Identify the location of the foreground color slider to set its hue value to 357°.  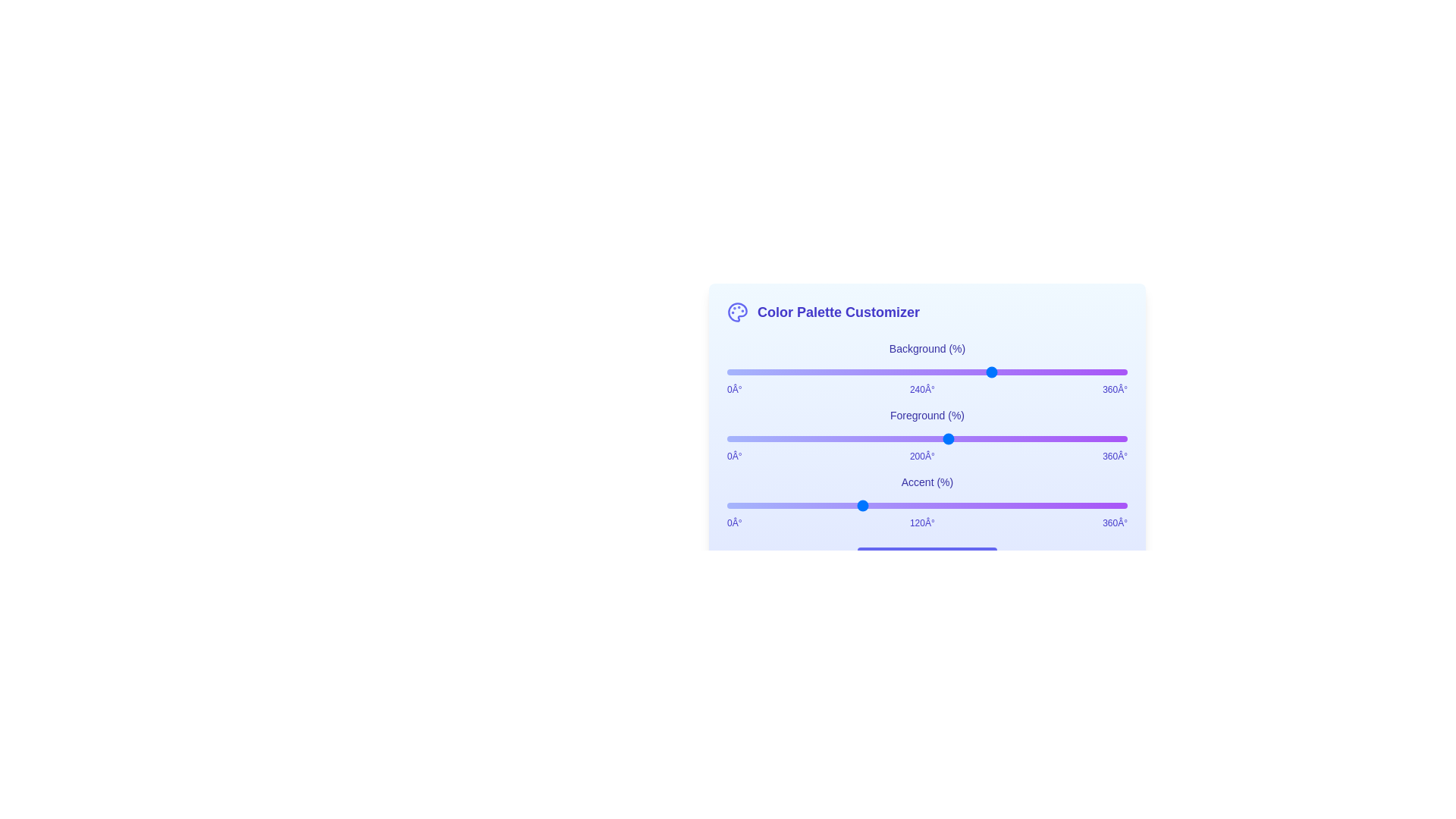
(1124, 438).